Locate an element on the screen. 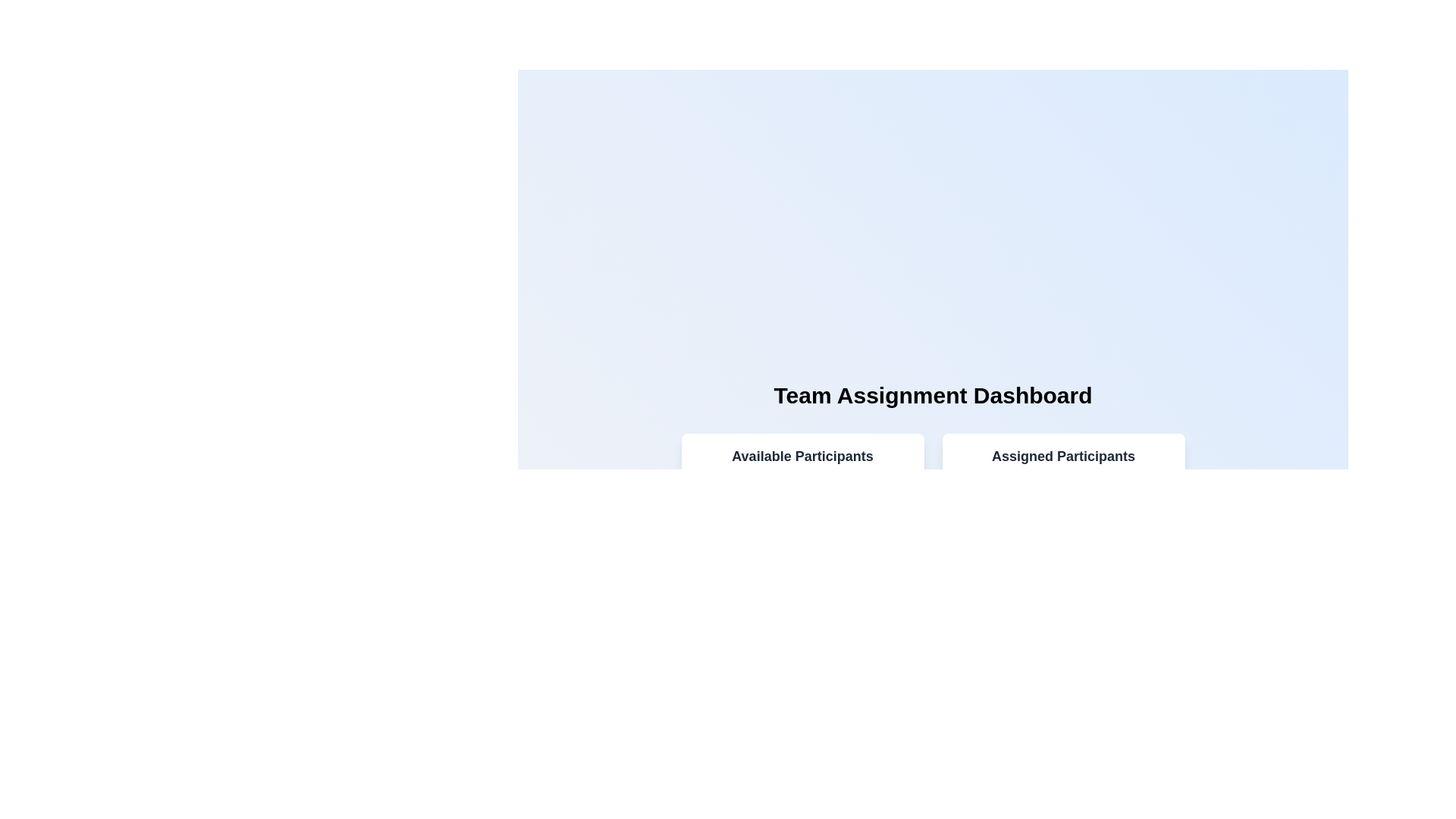  the Heading element at the top of the dashboard, which indicates the page's purpose and is centered above the 'Available Participants' and 'Assigned Participants' columns is located at coordinates (932, 394).